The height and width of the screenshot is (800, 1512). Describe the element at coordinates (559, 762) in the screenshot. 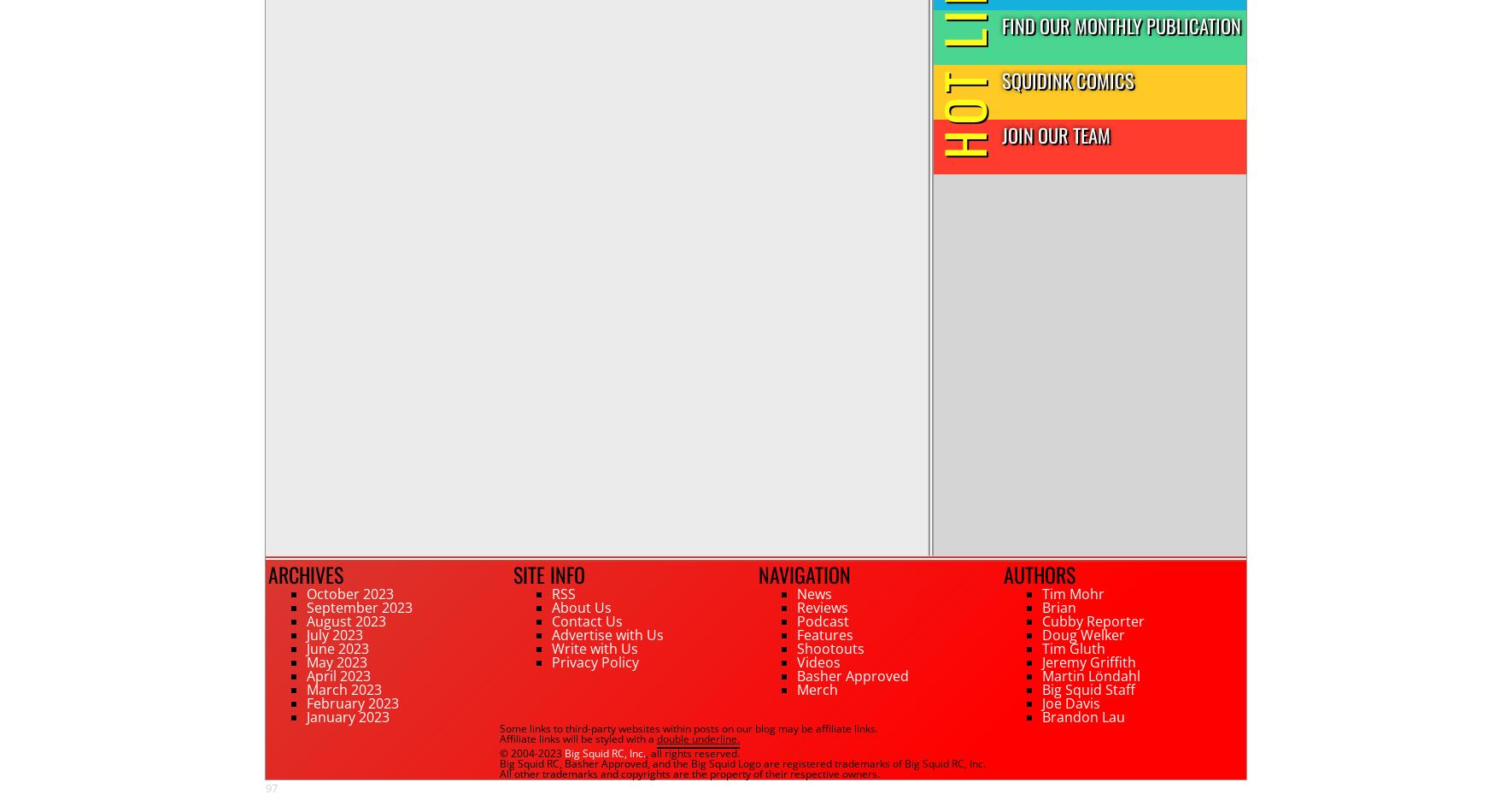

I see `','` at that location.